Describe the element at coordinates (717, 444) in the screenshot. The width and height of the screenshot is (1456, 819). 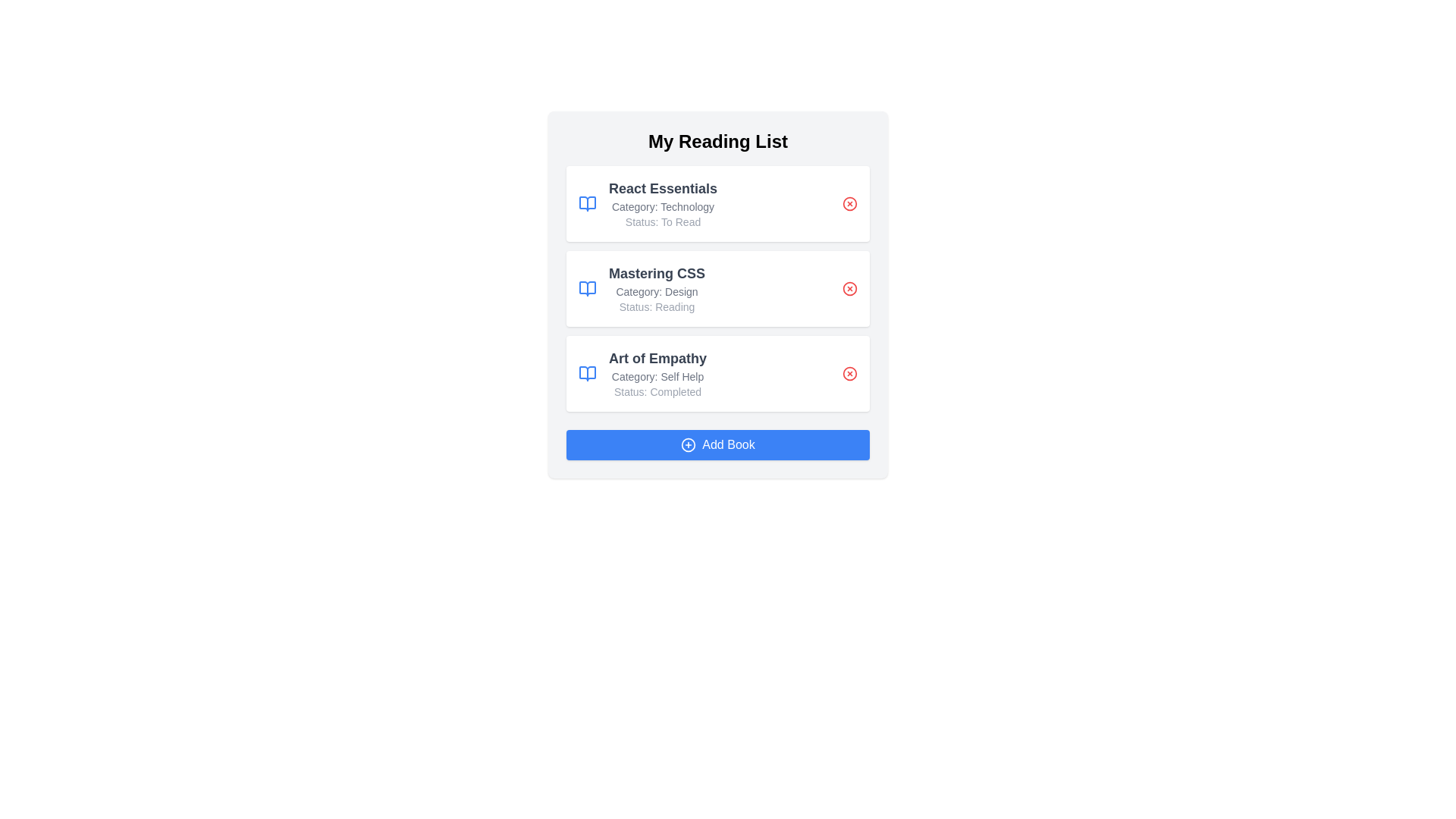
I see `the 'Add Book' button to add a new book to the list` at that location.